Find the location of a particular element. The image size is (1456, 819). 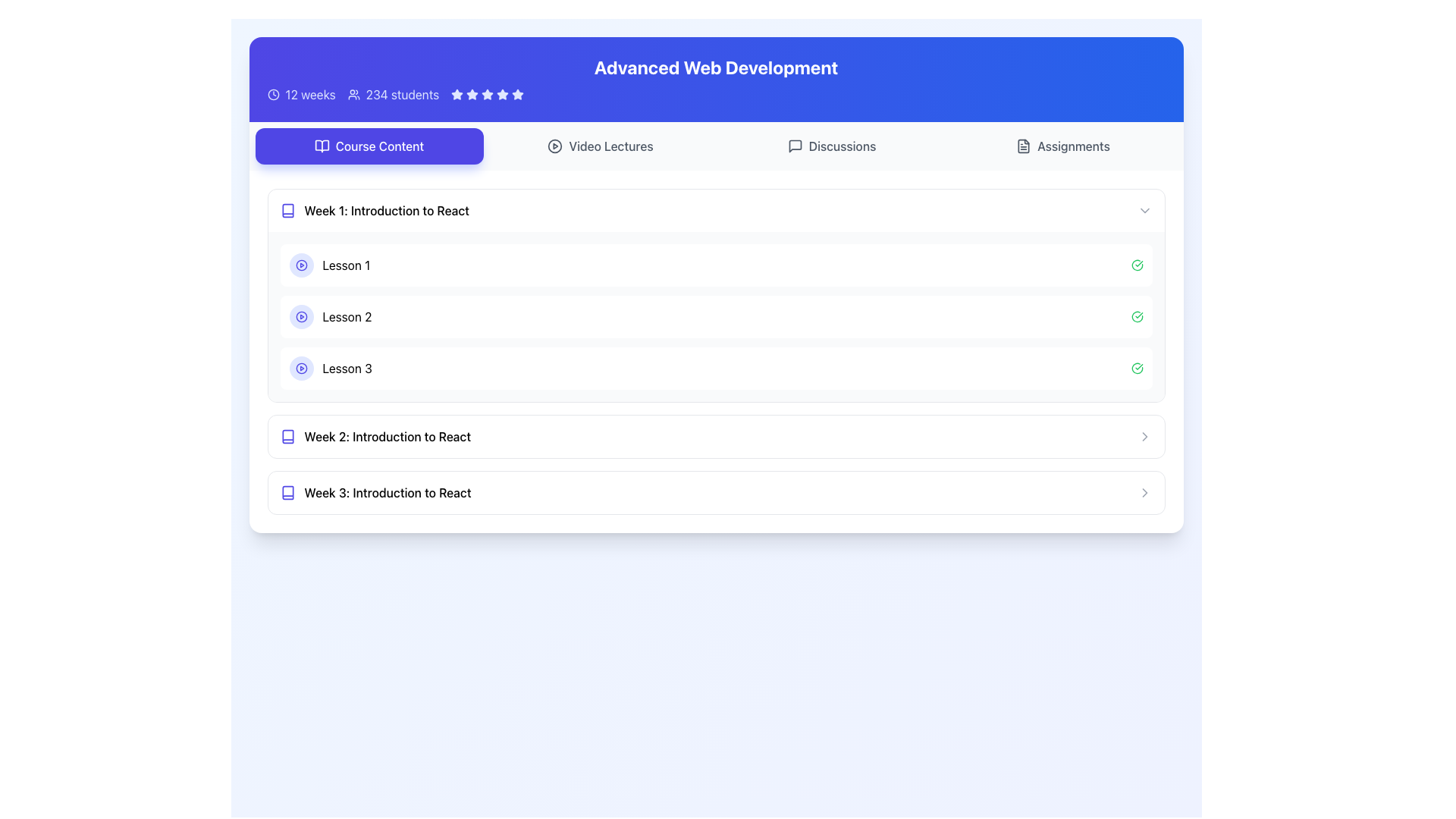

the second filled blue star icon in the rating system located in the top-right portion of the blue header bar is located at coordinates (457, 93).